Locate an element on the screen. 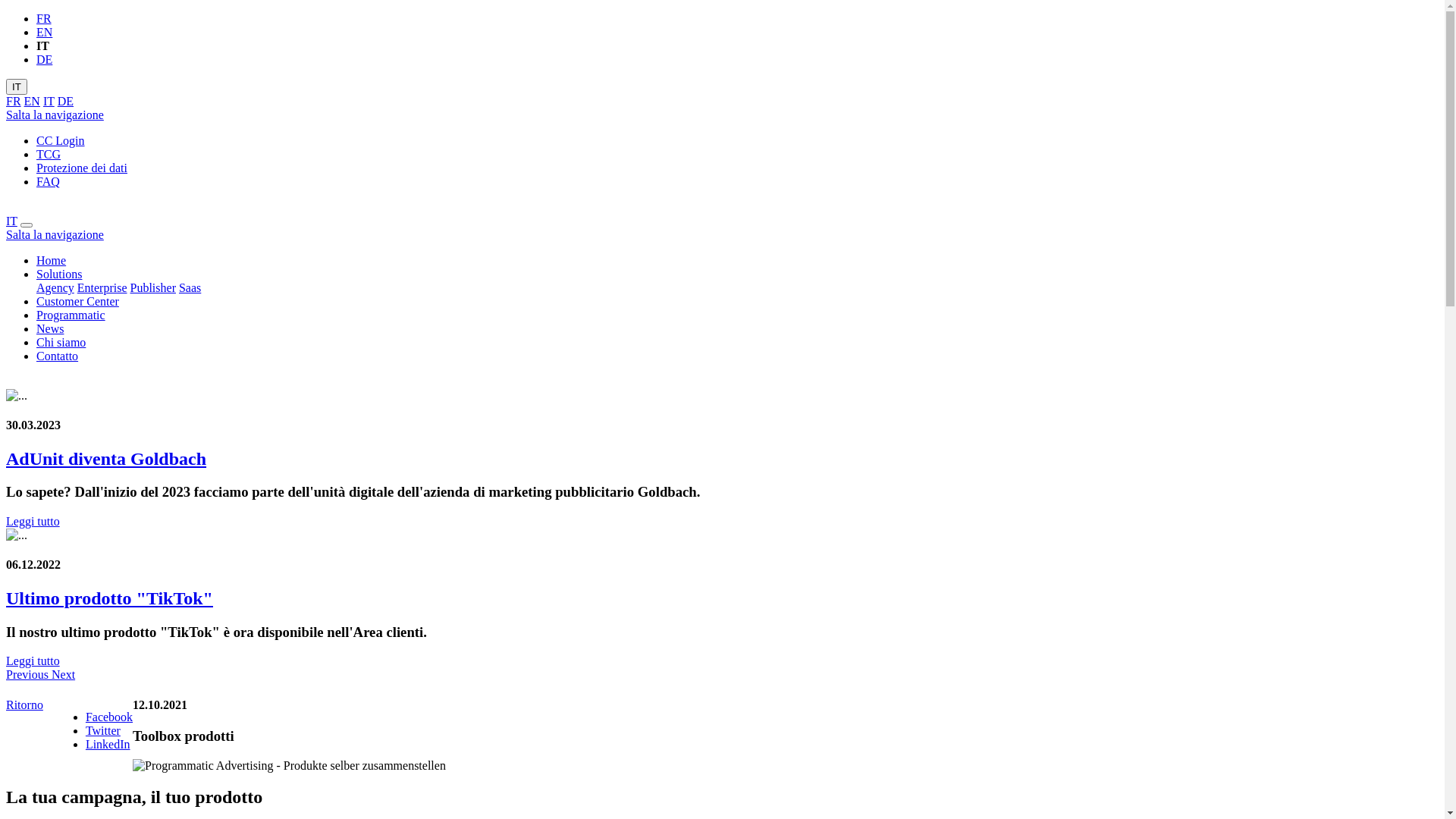  'Solutions' is located at coordinates (58, 274).